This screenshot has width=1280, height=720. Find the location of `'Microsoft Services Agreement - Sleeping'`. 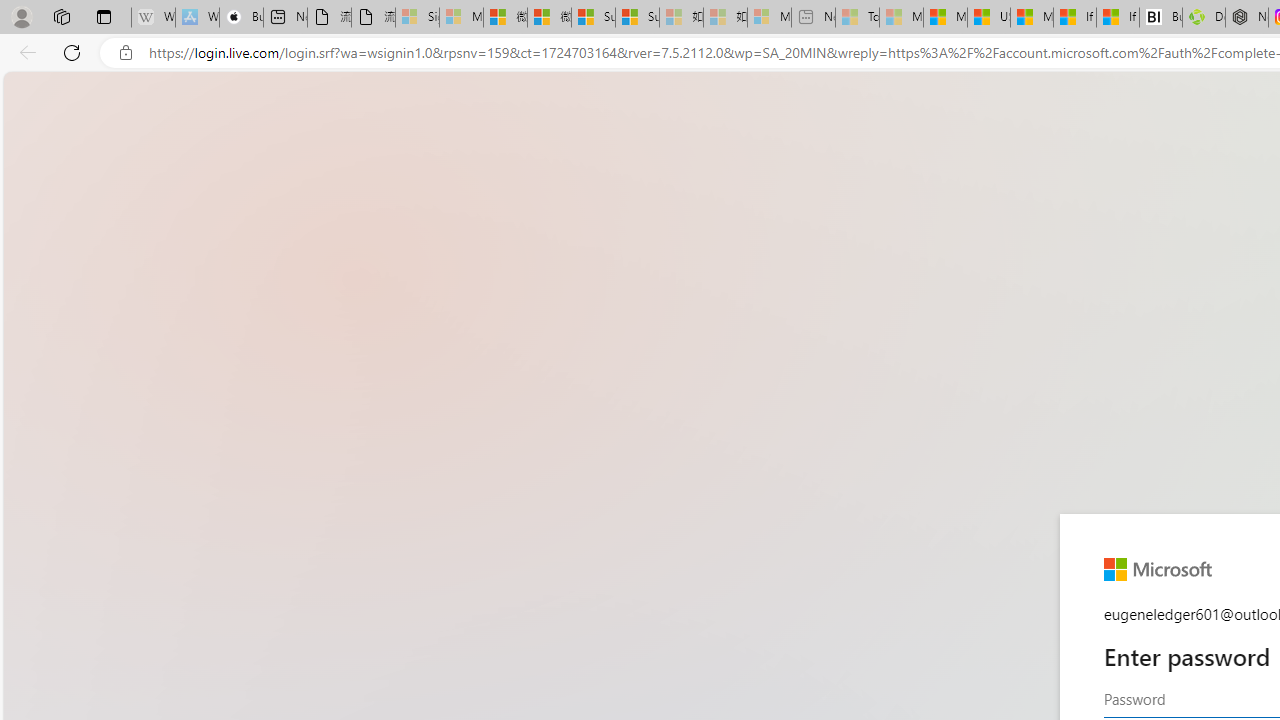

'Microsoft Services Agreement - Sleeping' is located at coordinates (460, 17).